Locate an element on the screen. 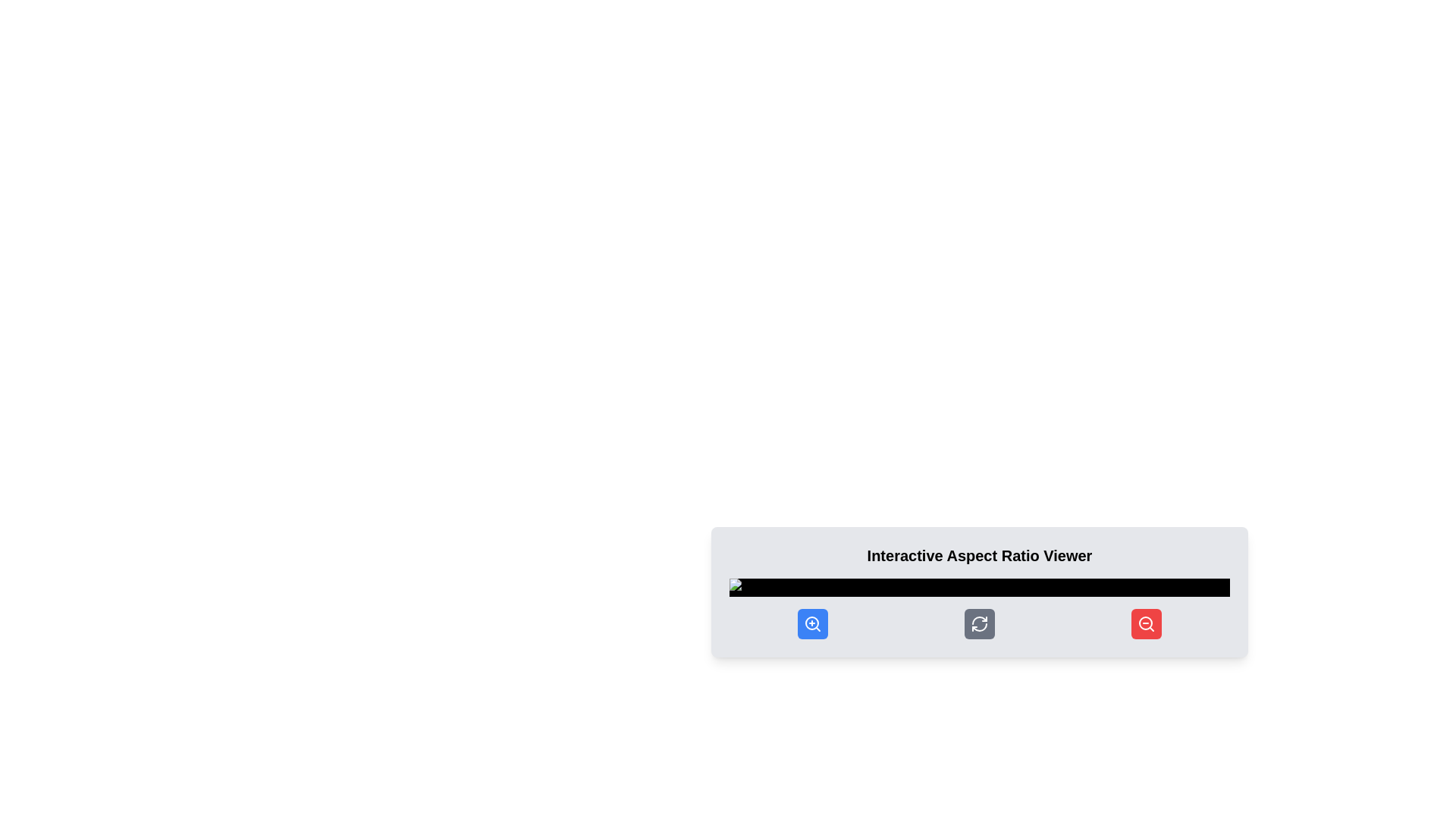 Image resolution: width=1456 pixels, height=819 pixels. the circular zoom-in icon button with a plus sign at its center, which has a blue background and is prominently displayed at the bottom of the toolbar is located at coordinates (811, 623).